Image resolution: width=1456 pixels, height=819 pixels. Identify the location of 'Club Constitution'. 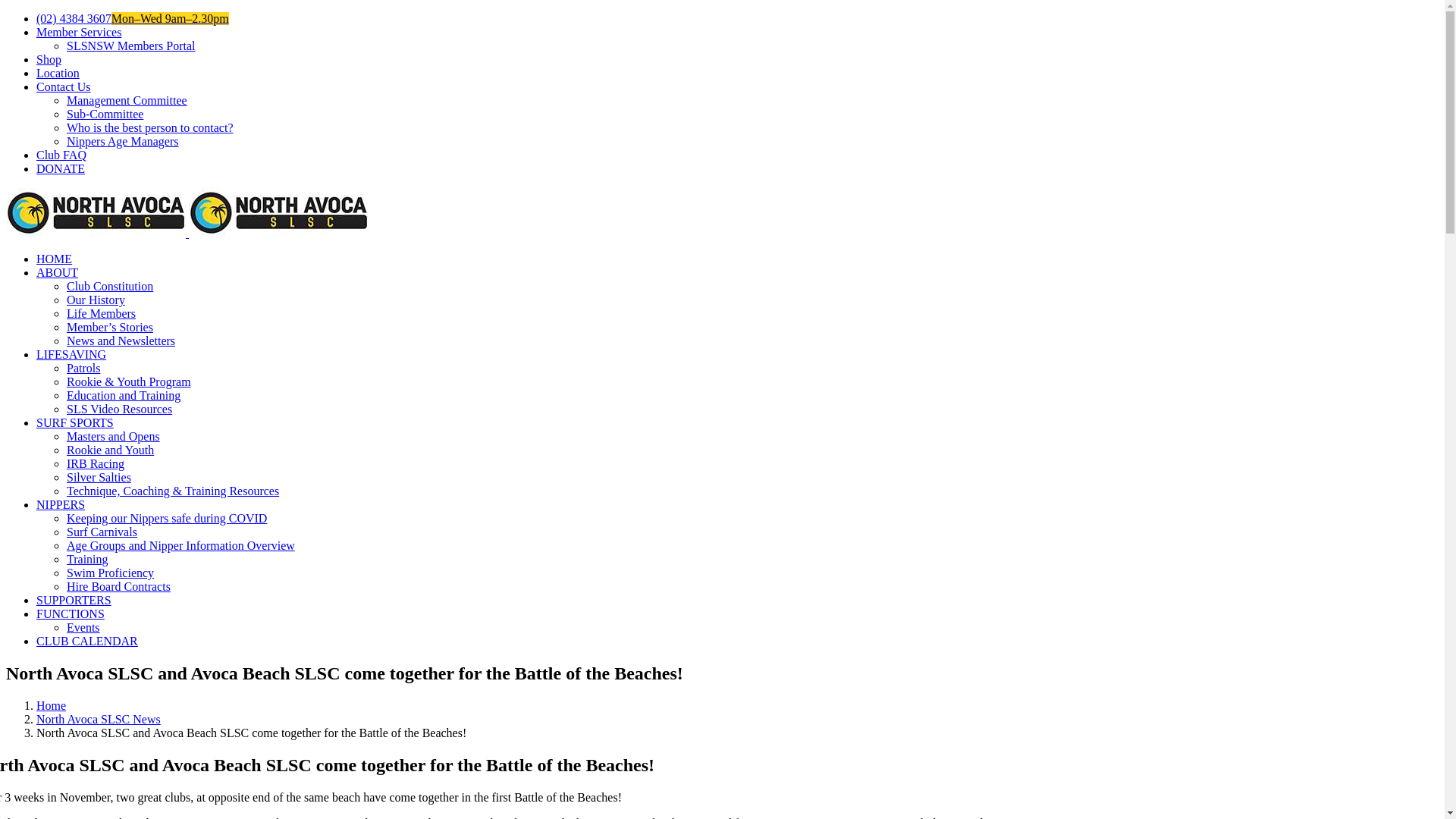
(65, 286).